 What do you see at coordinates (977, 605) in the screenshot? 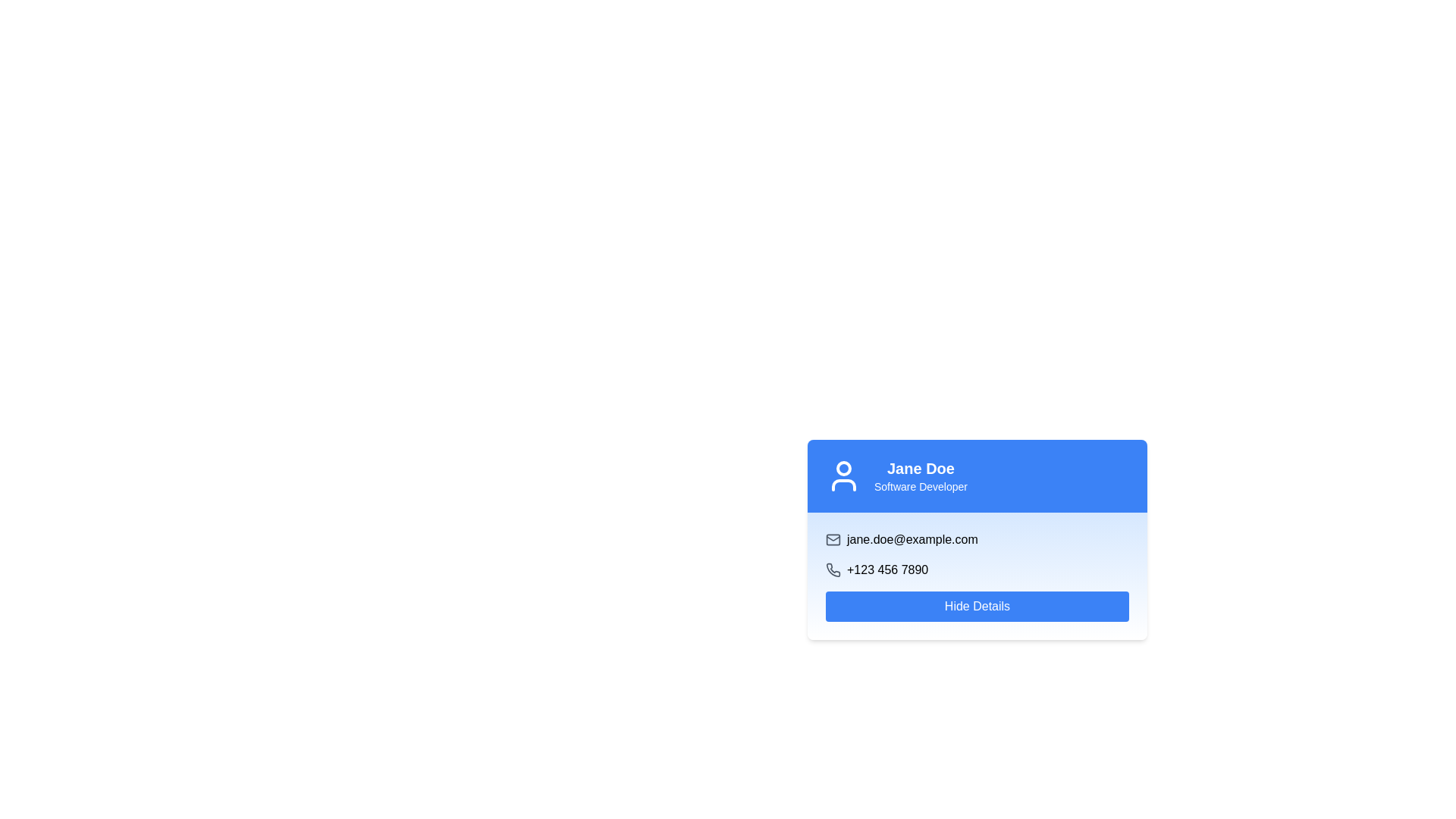
I see `the button located at the bottom of the information card to hide the displayed details` at bounding box center [977, 605].